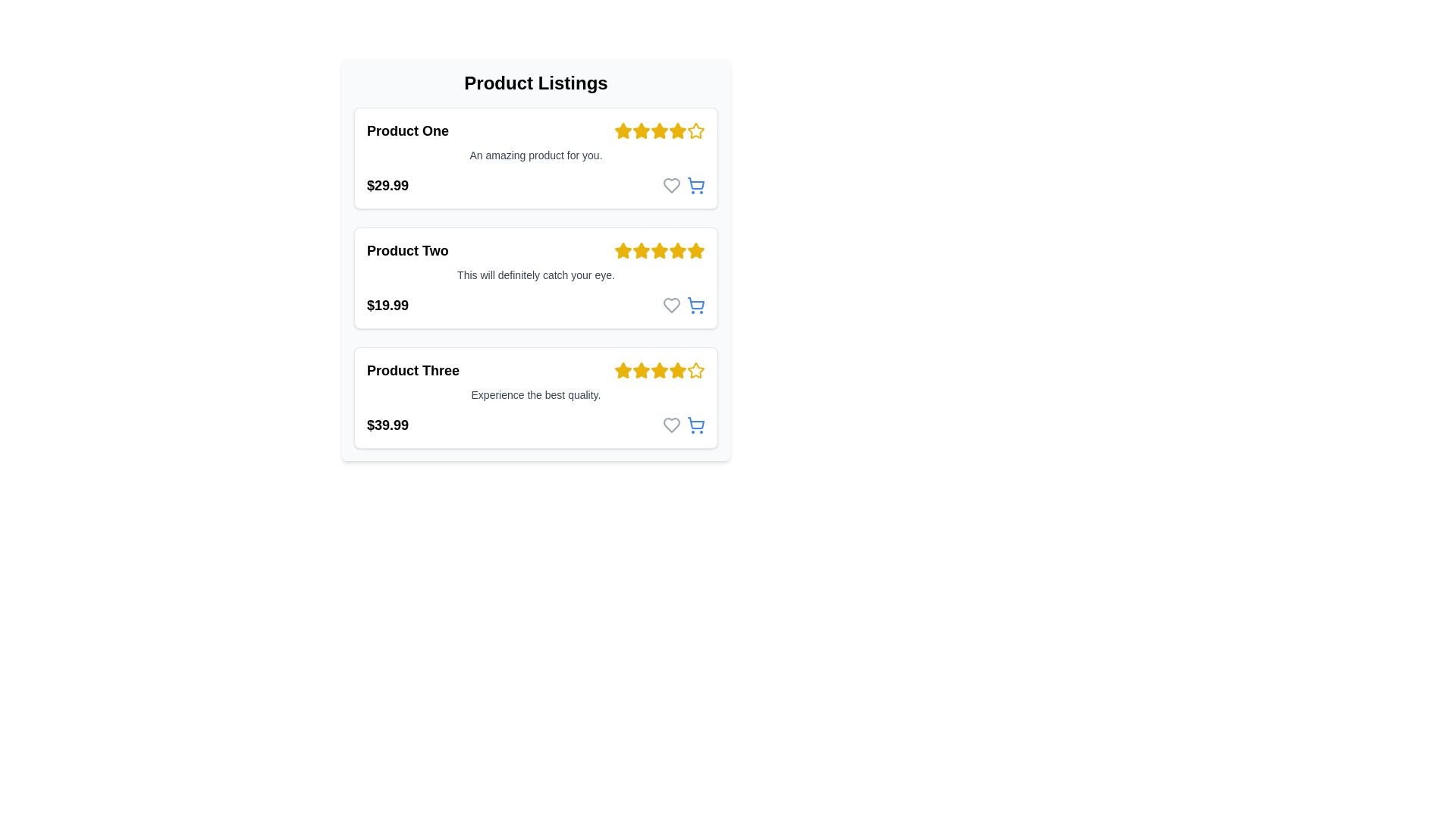 Image resolution: width=1456 pixels, height=819 pixels. What do you see at coordinates (676, 130) in the screenshot?
I see `the sixth yellow star-shaped icon representing the rating for 'Product One' to interact with the rating feature` at bounding box center [676, 130].